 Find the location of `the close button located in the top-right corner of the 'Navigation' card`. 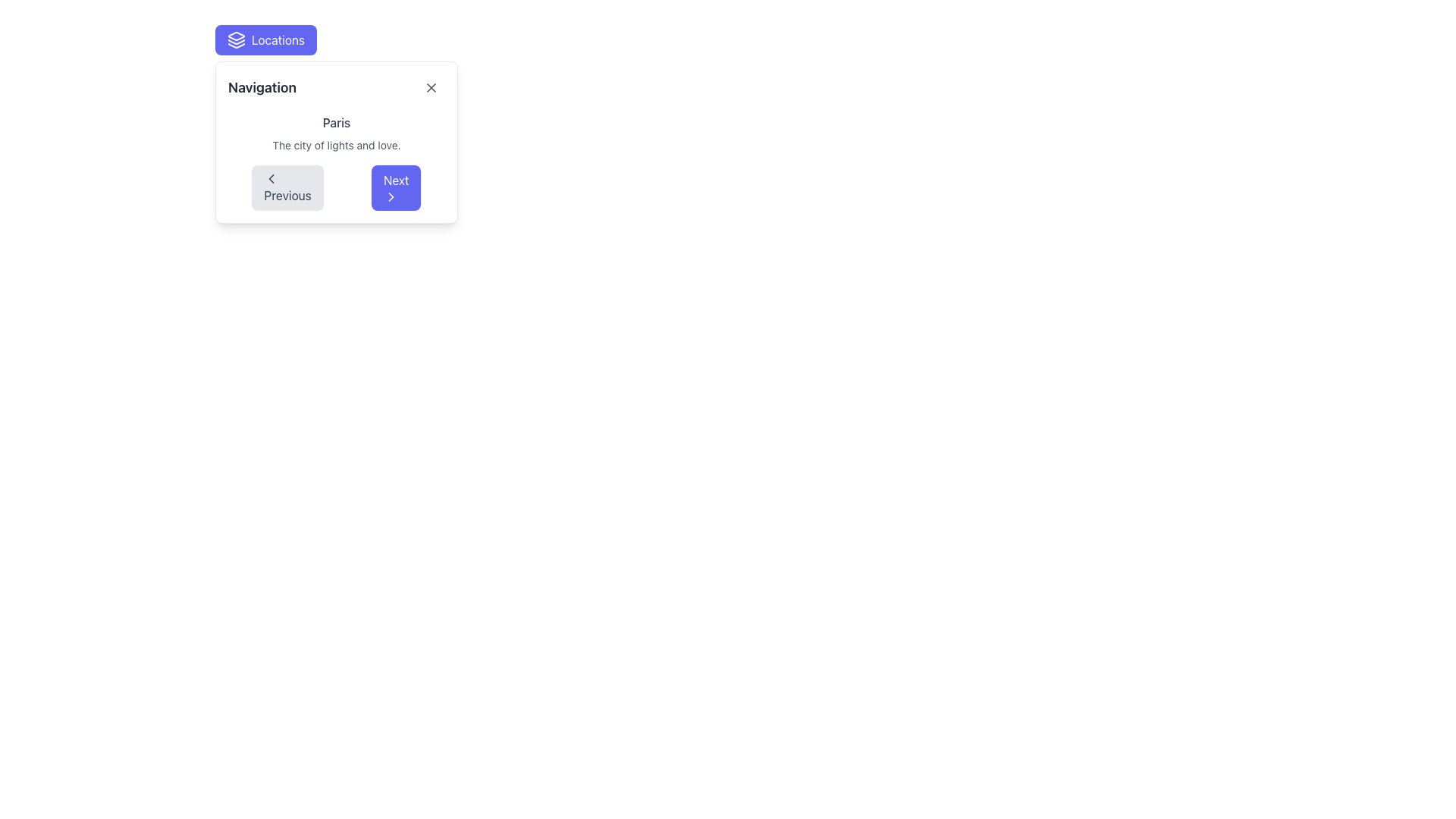

the close button located in the top-right corner of the 'Navigation' card is located at coordinates (430, 87).